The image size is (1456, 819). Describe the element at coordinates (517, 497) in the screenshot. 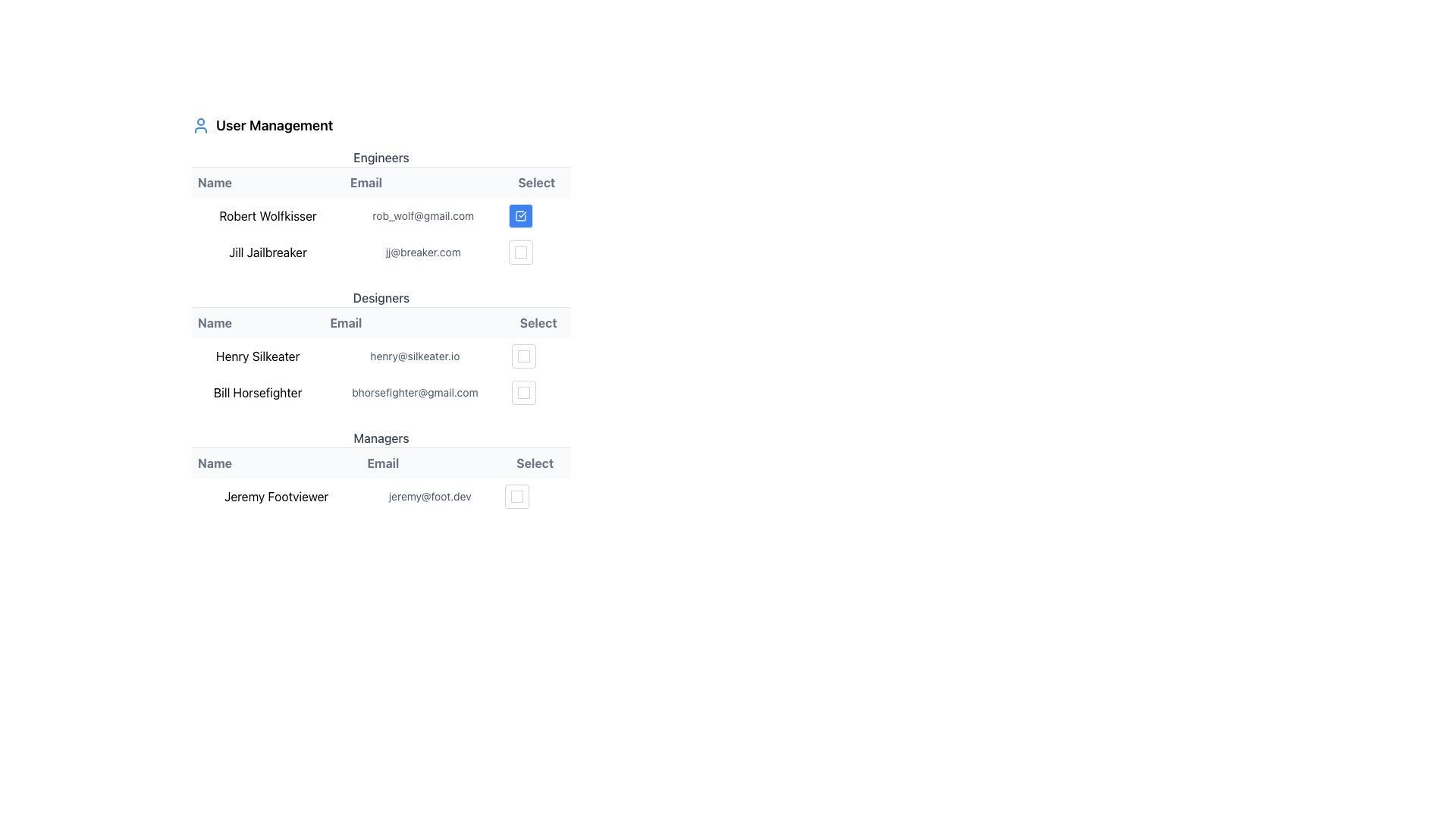

I see `the checkbox associated with the user 'Jeremy Footviewer' in the 'Select' column of the 'Managers' section` at that location.